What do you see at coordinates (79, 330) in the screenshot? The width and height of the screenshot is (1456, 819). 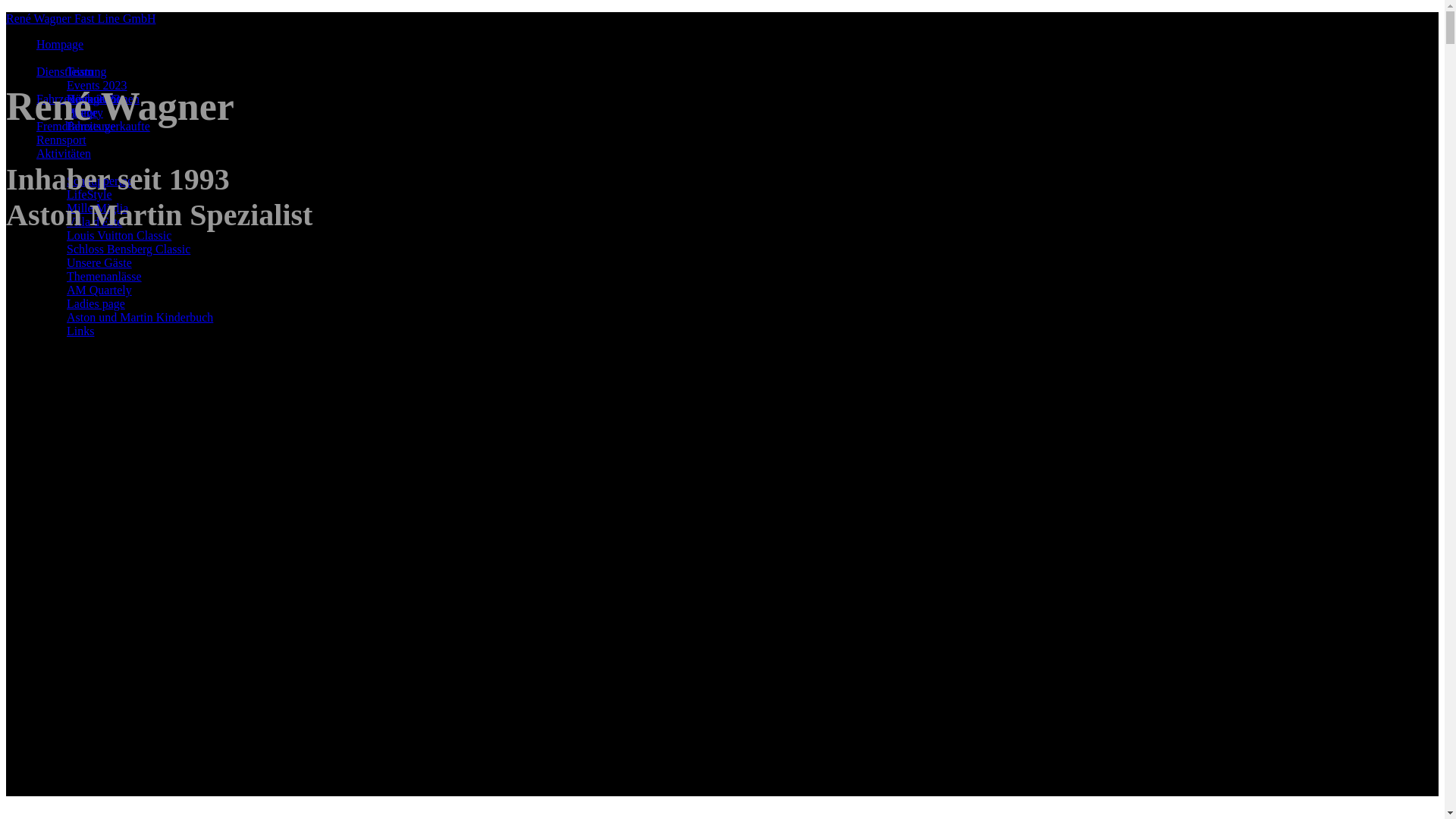 I see `'Links'` at bounding box center [79, 330].